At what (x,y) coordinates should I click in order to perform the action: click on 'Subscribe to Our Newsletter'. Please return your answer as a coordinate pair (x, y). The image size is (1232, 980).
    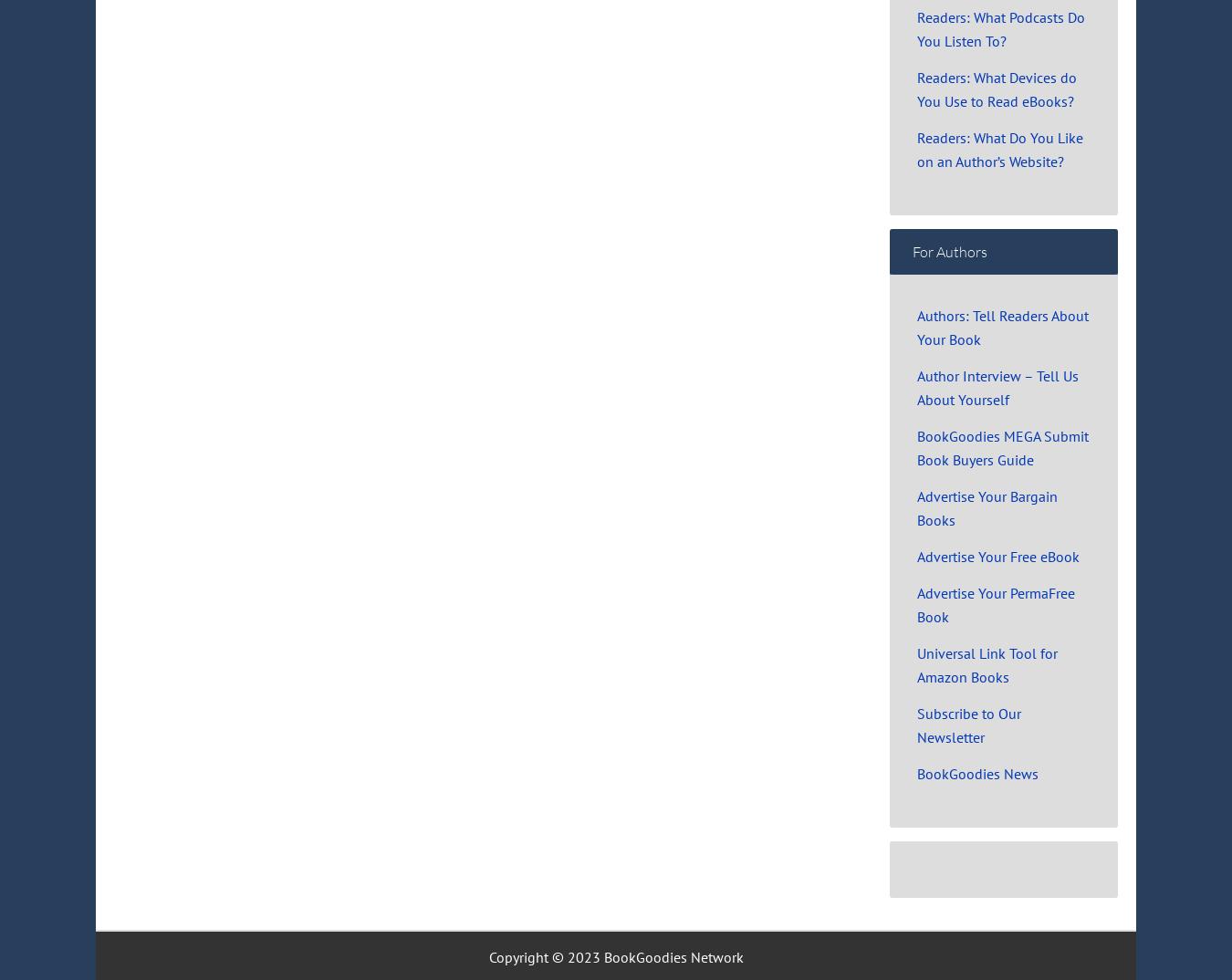
    Looking at the image, I should click on (969, 724).